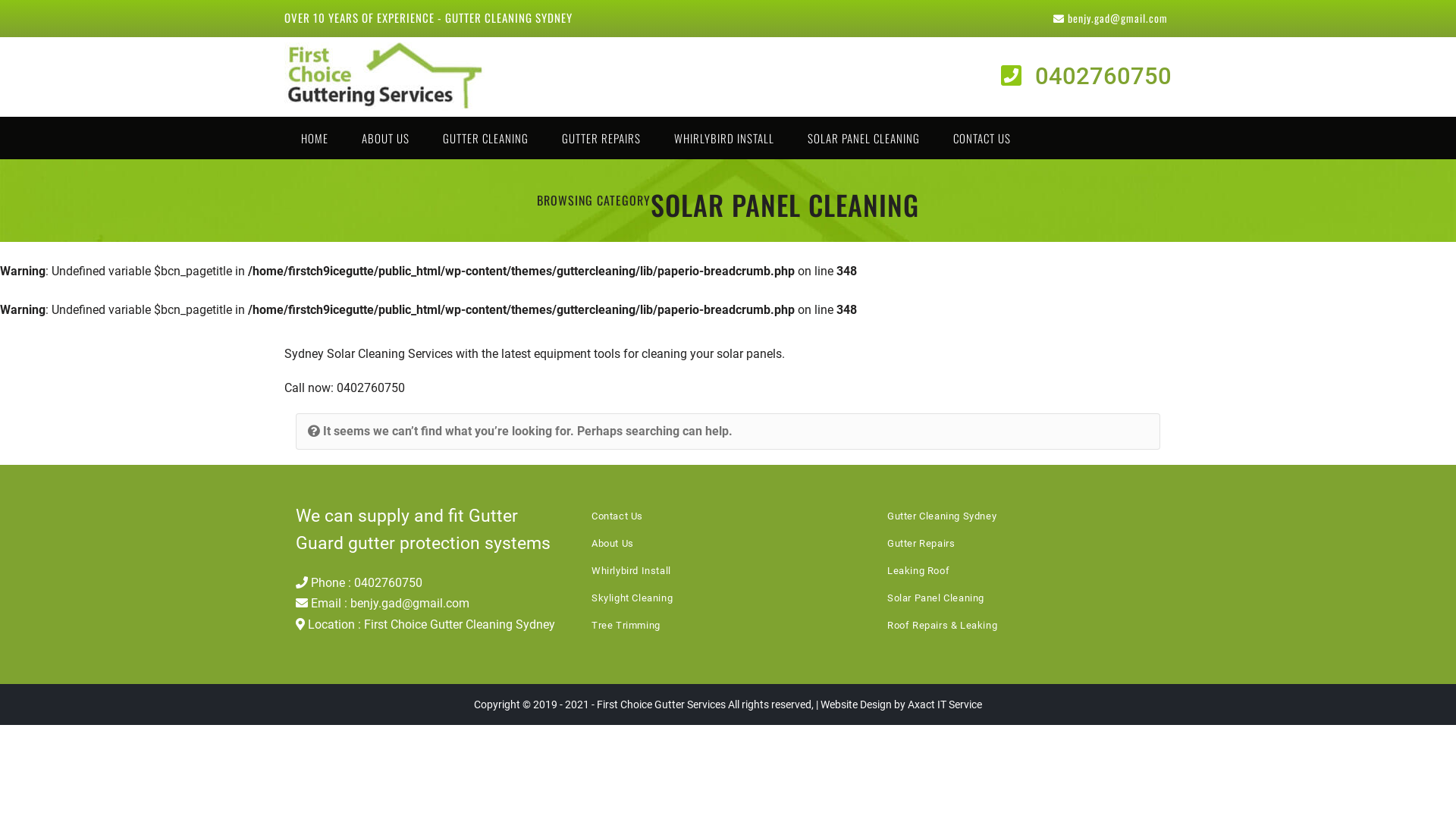  I want to click on 'benjy.gad@gmail.com', so click(1110, 17).